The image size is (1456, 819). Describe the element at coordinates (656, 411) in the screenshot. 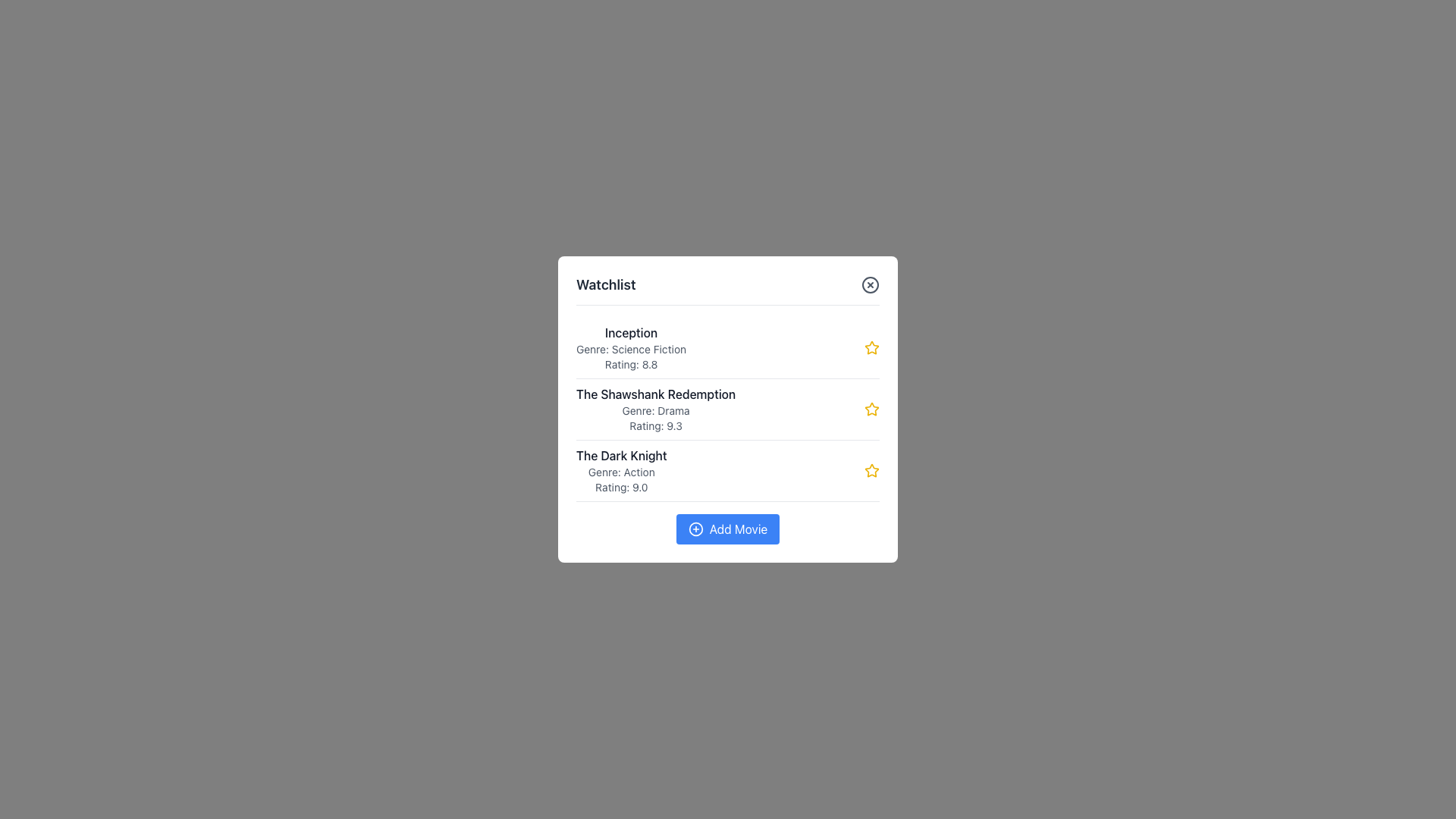

I see `the Text Label indicating the genre of the movie 'The Shawshank Redemption', which displays 'Drama'` at that location.